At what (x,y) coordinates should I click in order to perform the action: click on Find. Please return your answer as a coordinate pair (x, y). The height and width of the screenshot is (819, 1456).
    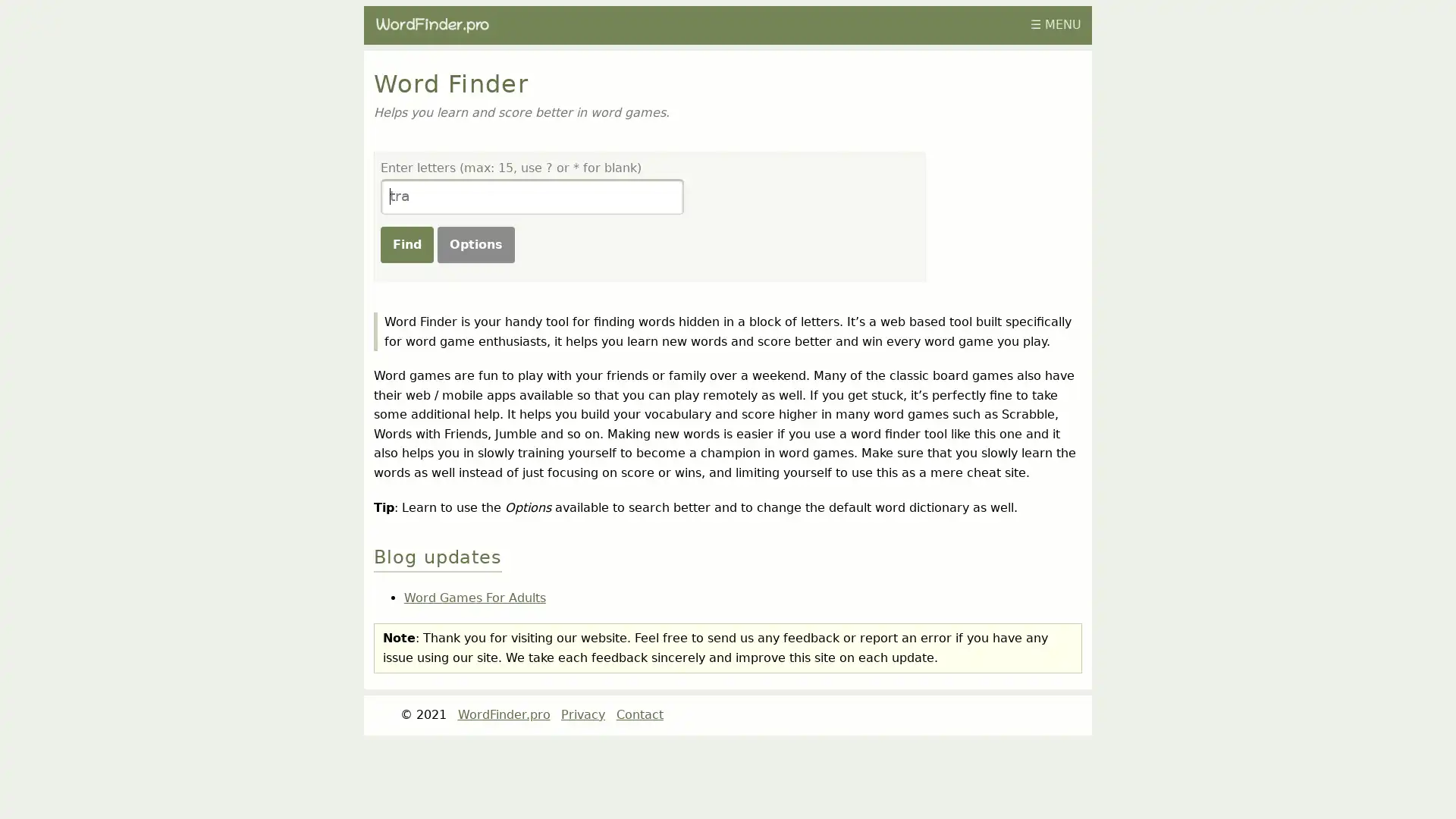
    Looking at the image, I should click on (406, 243).